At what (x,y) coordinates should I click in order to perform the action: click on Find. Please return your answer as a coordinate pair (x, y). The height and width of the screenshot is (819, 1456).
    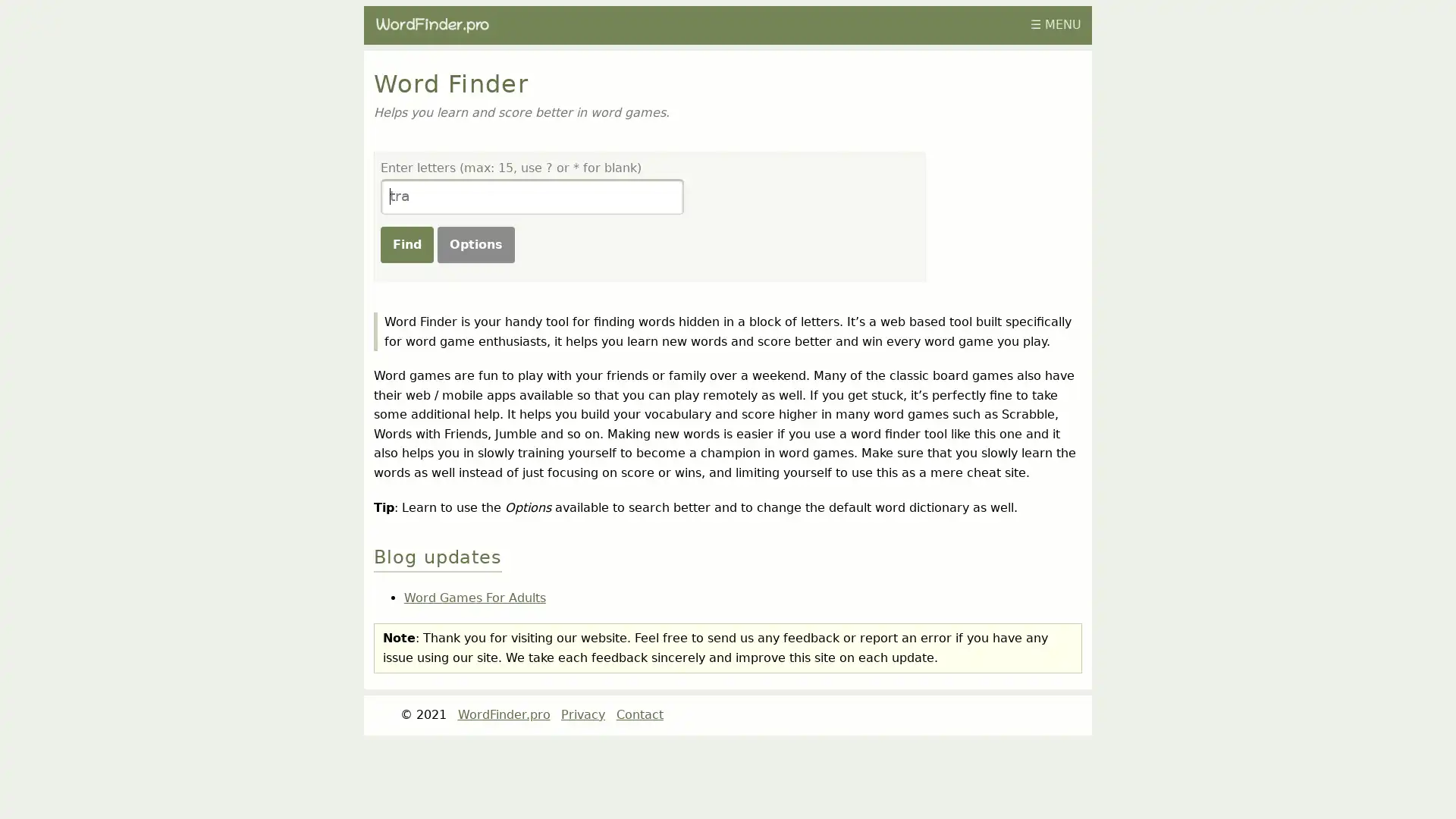
    Looking at the image, I should click on (406, 243).